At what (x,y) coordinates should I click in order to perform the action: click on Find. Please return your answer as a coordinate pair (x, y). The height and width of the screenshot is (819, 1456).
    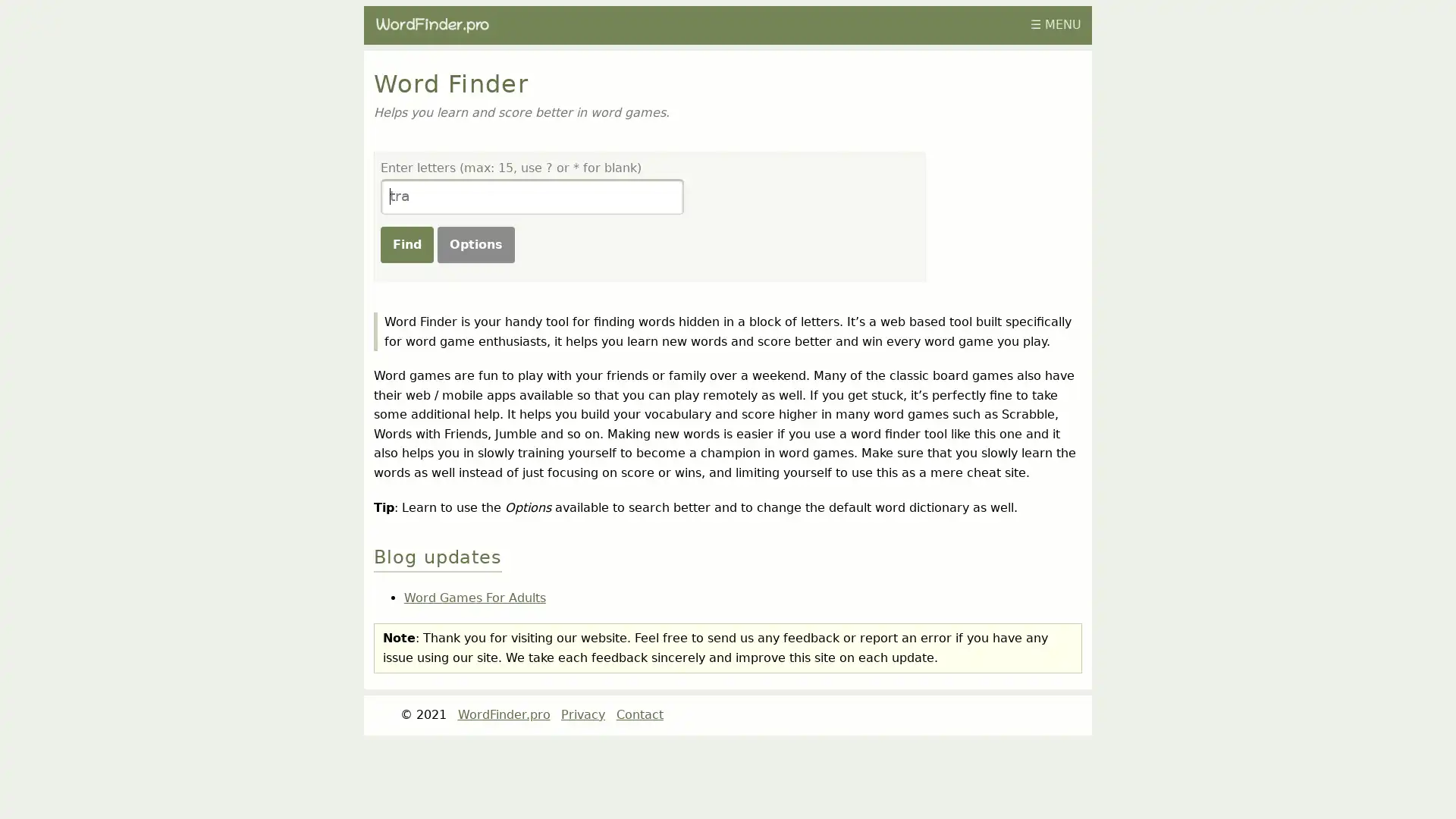
    Looking at the image, I should click on (406, 243).